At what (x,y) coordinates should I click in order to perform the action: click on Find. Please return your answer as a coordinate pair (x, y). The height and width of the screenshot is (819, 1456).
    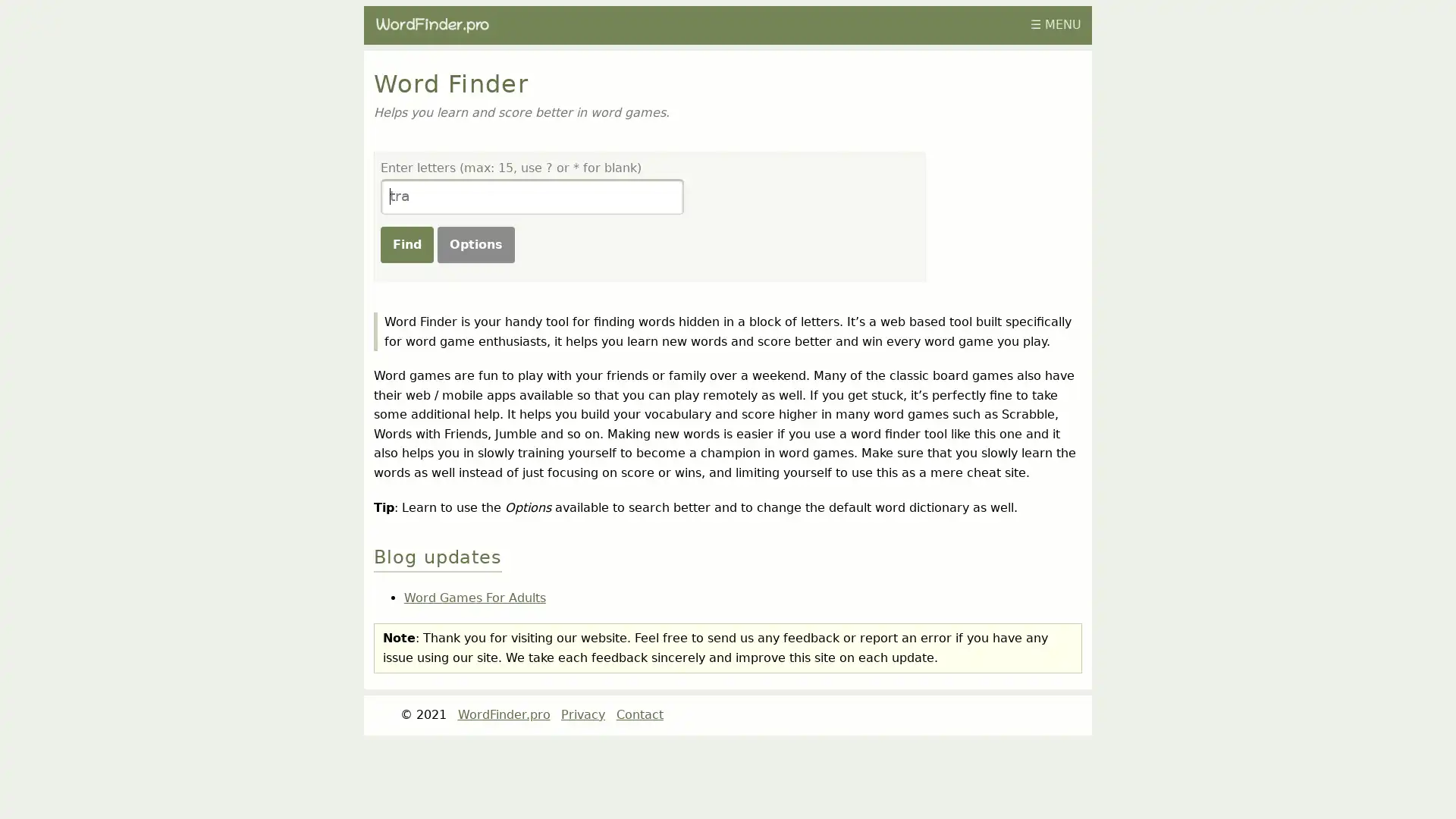
    Looking at the image, I should click on (406, 243).